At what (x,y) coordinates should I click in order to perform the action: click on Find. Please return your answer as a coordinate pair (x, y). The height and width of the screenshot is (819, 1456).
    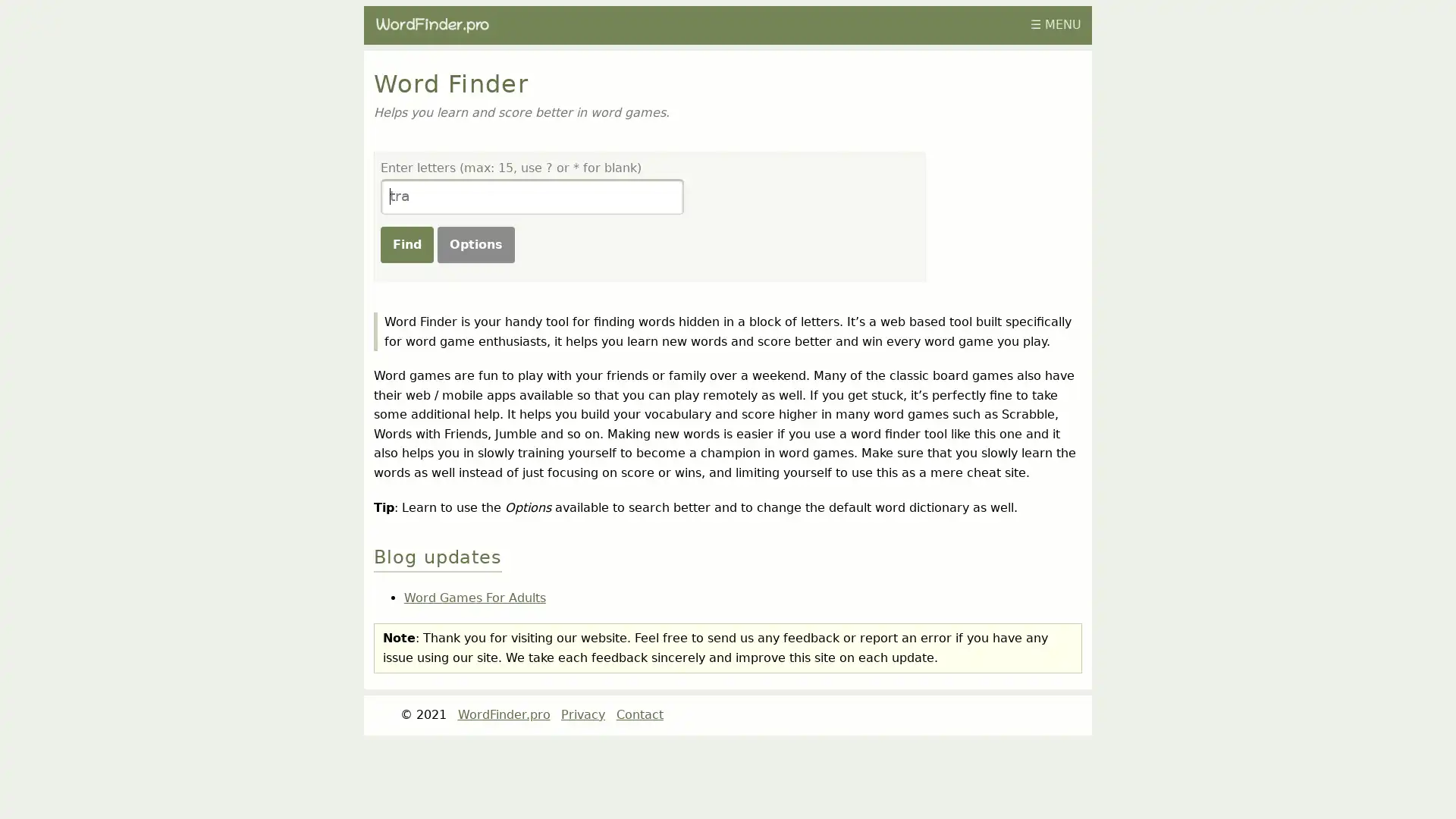
    Looking at the image, I should click on (406, 243).